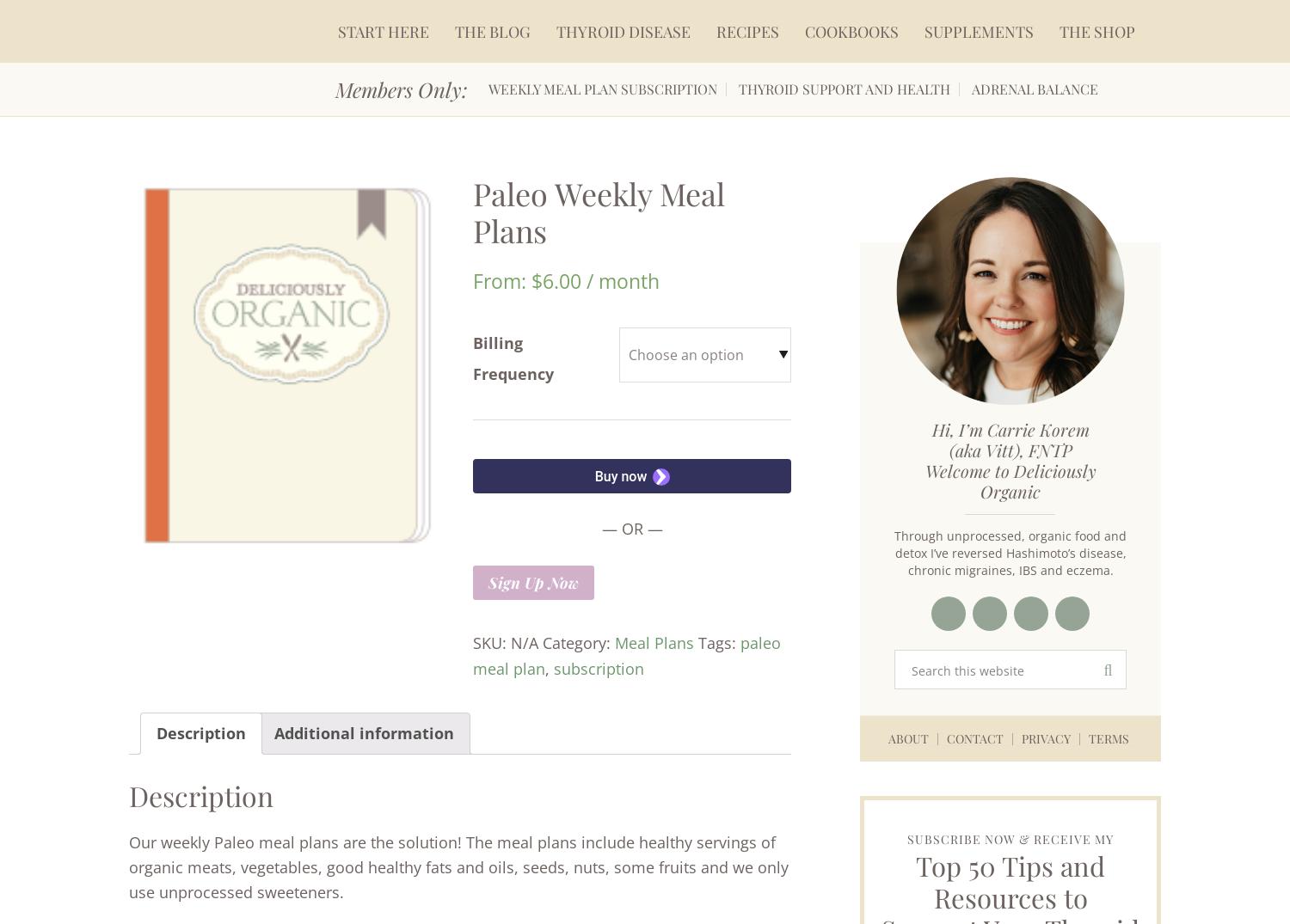 The image size is (1290, 924). Describe the element at coordinates (1097, 30) in the screenshot. I see `'The Shop'` at that location.